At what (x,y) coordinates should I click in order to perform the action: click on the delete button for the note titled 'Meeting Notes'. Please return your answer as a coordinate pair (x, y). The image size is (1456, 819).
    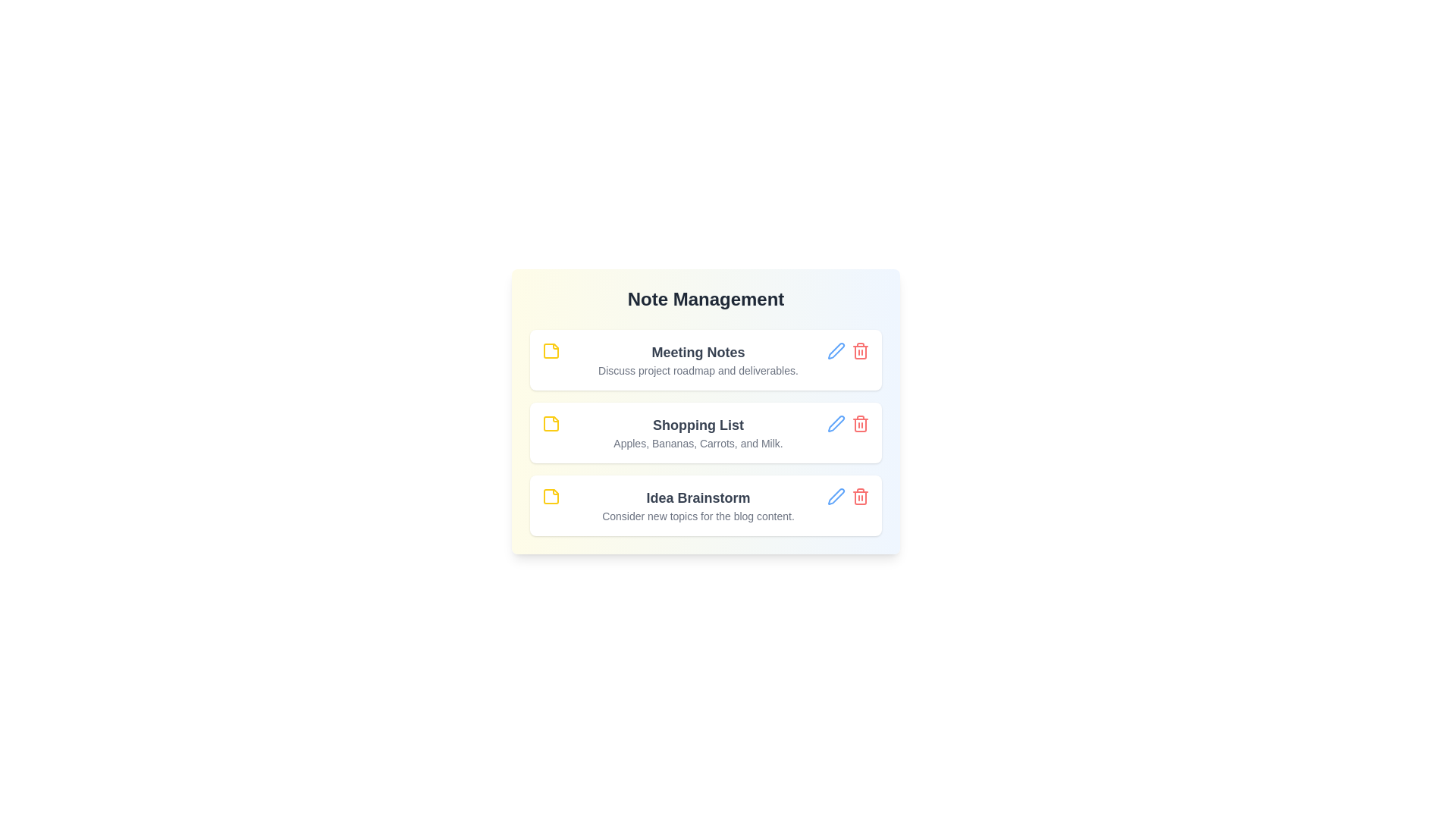
    Looking at the image, I should click on (860, 350).